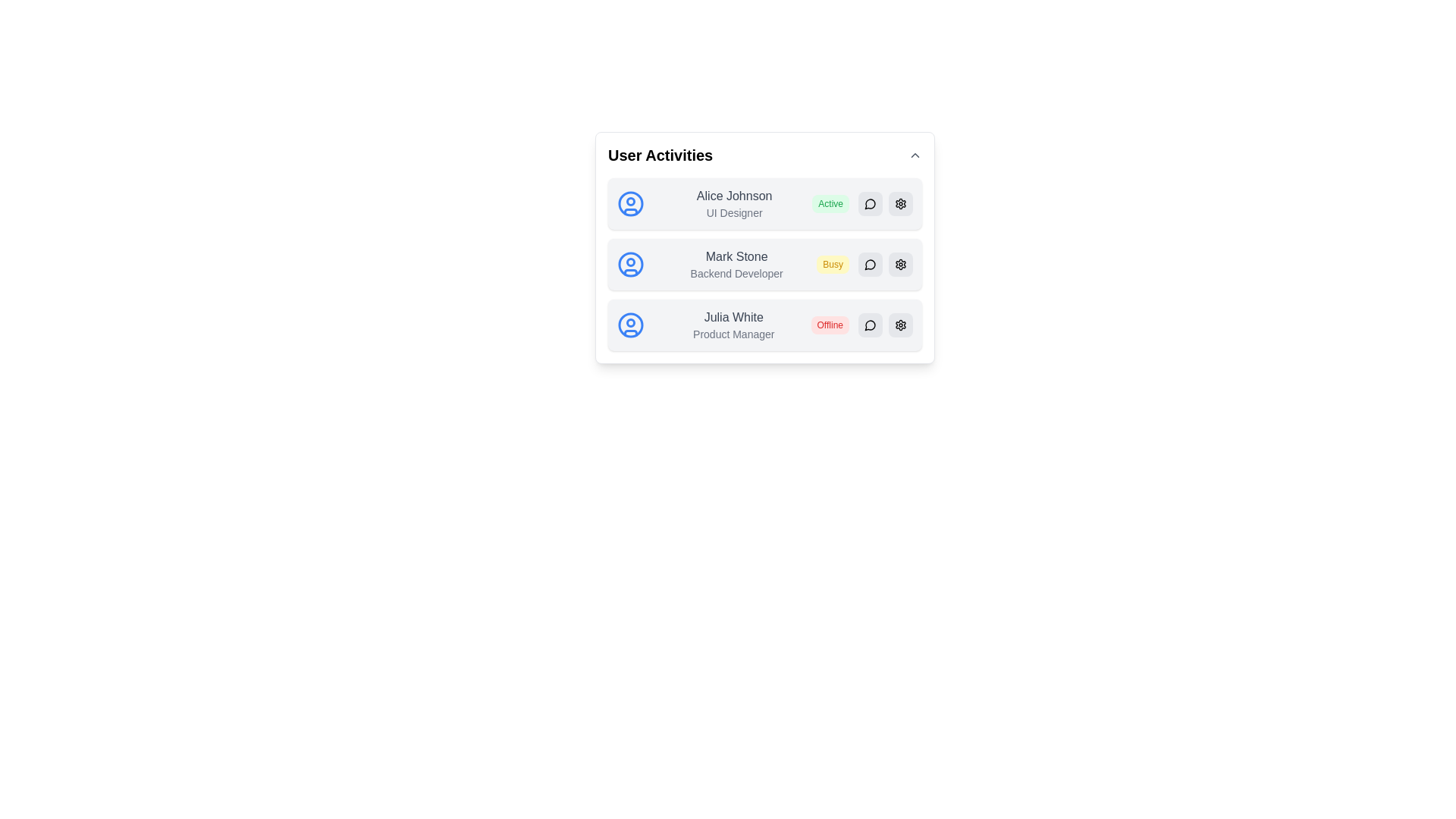 The image size is (1456, 819). Describe the element at coordinates (630, 263) in the screenshot. I see `the user avatar icon representing 'Mark Stone', located to the left of the text 'Mark Stone Backend Developer'` at that location.